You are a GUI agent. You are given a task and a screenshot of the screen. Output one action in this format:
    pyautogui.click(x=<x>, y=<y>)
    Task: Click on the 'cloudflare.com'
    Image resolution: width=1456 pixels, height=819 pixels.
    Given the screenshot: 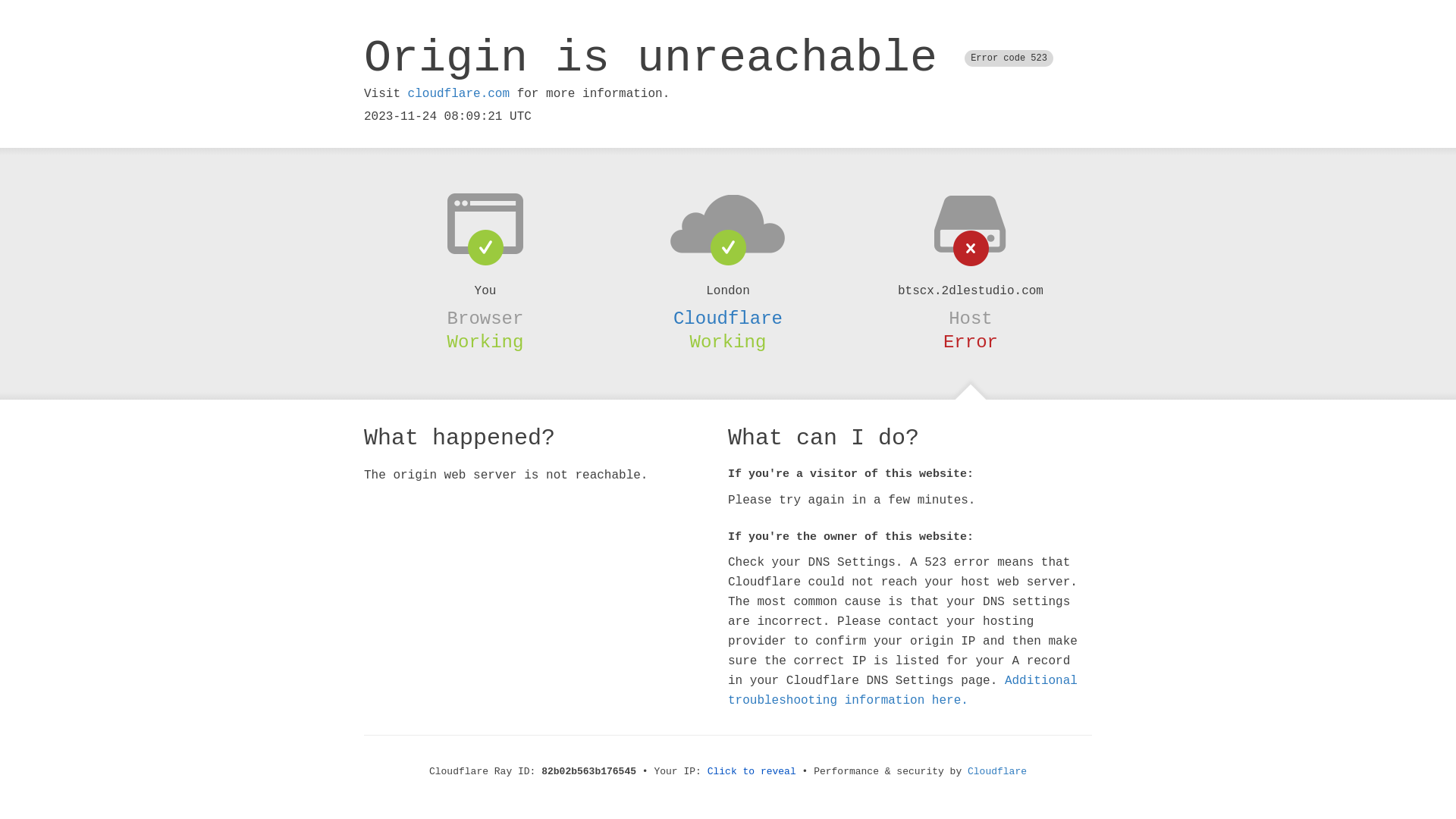 What is the action you would take?
    pyautogui.click(x=407, y=93)
    